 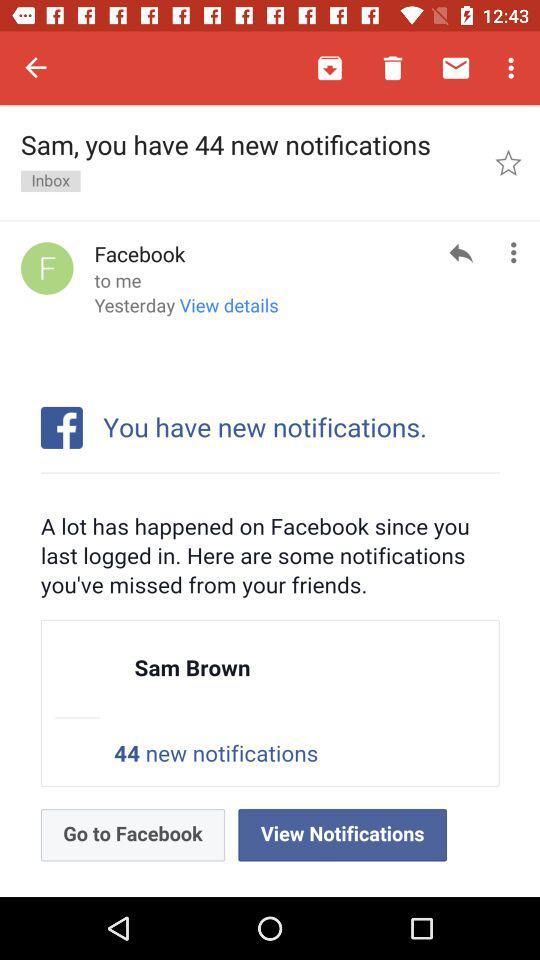 What do you see at coordinates (47, 267) in the screenshot?
I see `the item to the left of the facebook item` at bounding box center [47, 267].